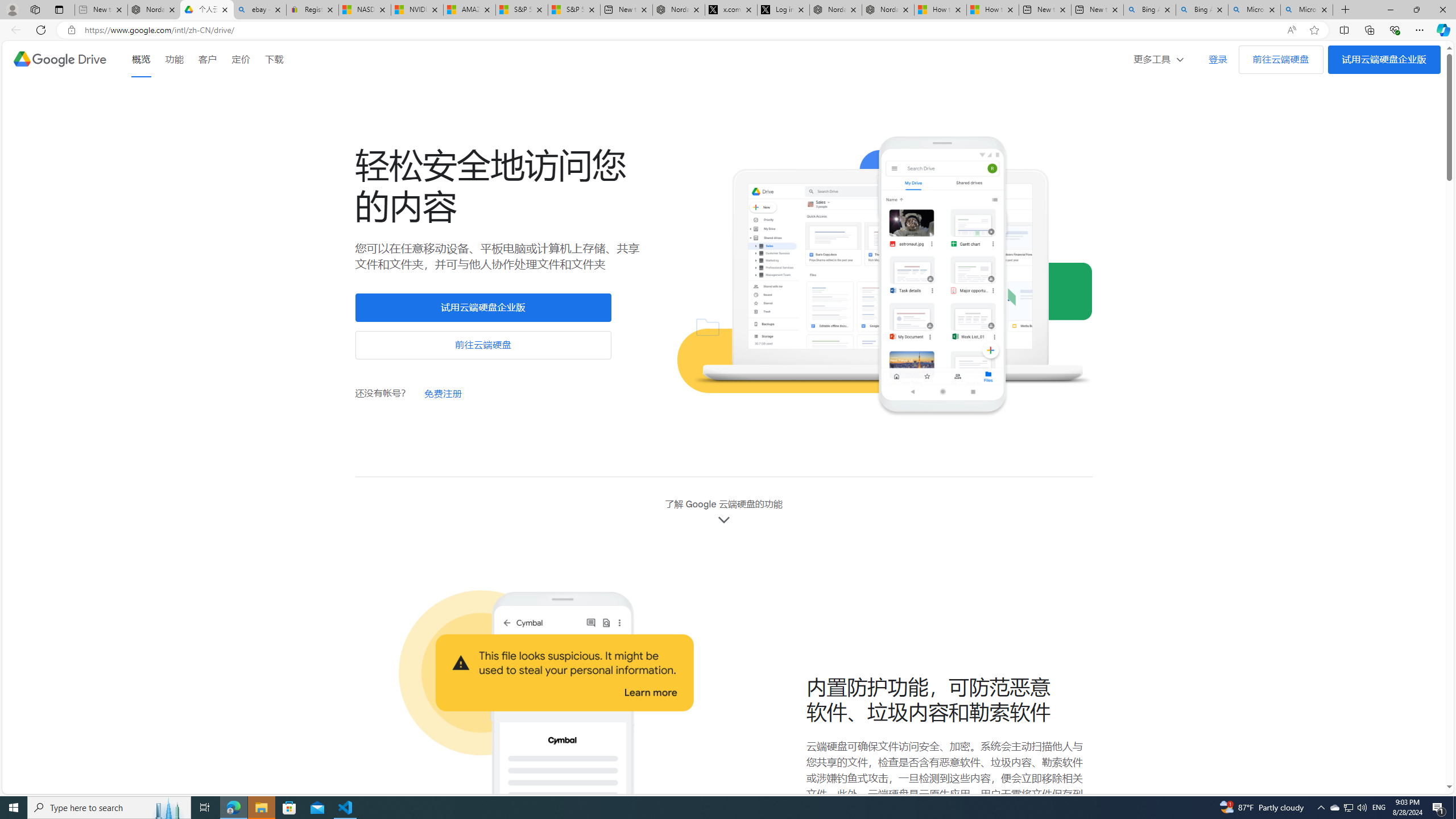 This screenshot has width=1456, height=819. I want to click on 'Log in to X / X', so click(783, 9).